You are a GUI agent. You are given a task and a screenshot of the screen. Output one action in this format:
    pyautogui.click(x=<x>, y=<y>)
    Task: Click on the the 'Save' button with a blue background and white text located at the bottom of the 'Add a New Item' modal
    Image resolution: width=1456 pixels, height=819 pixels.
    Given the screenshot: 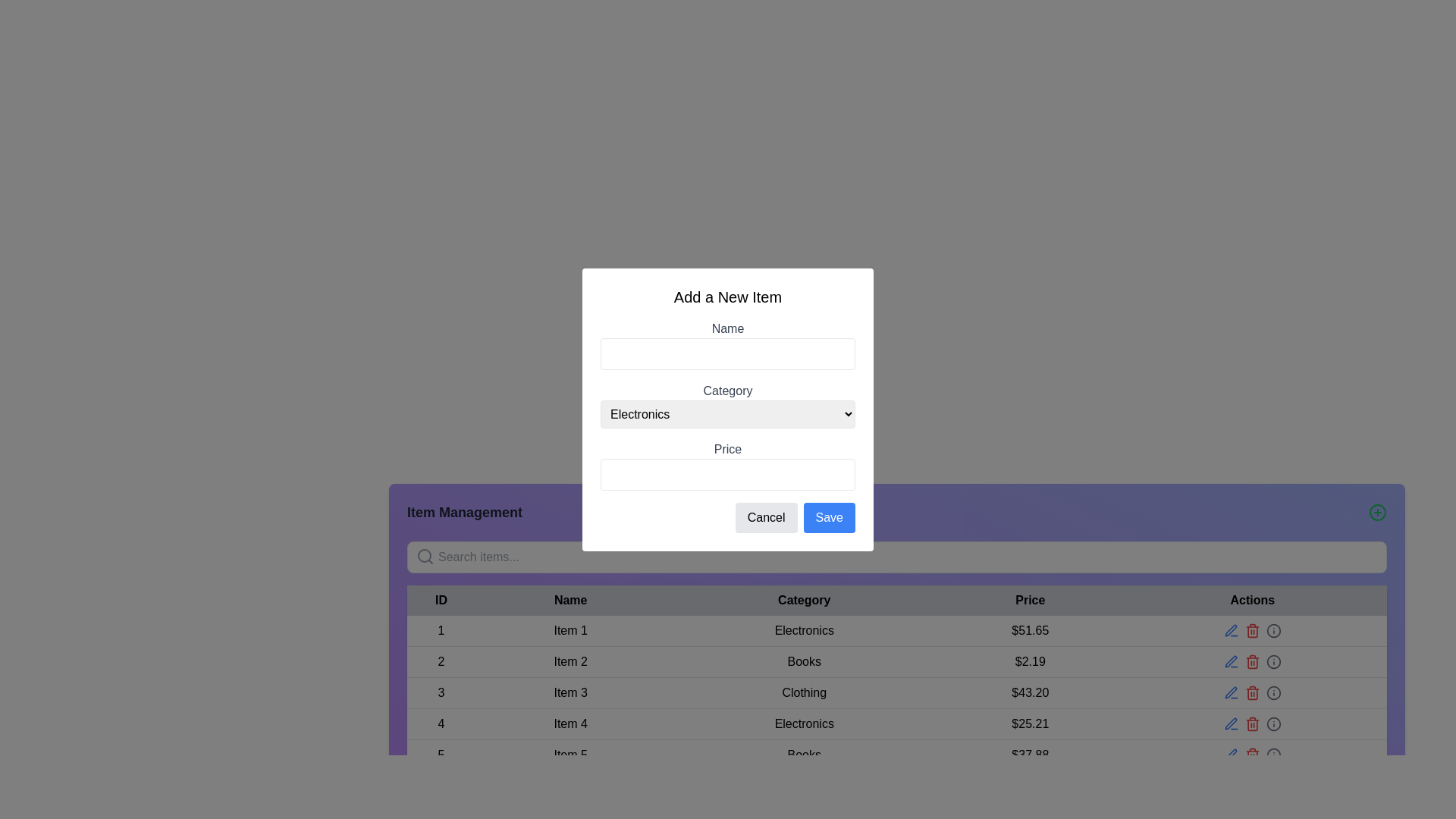 What is the action you would take?
    pyautogui.click(x=828, y=516)
    